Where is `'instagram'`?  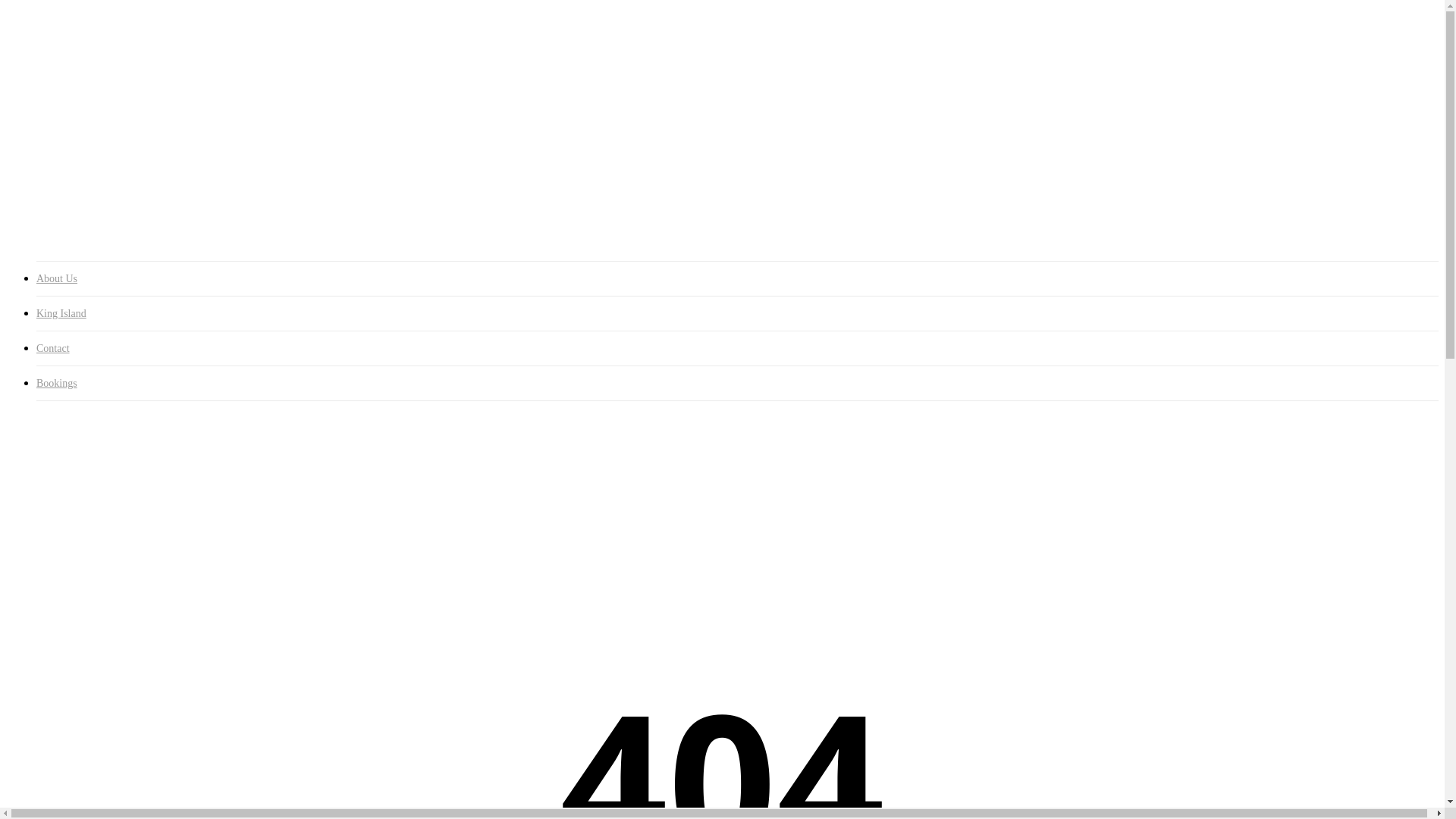 'instagram' is located at coordinates (36, 53).